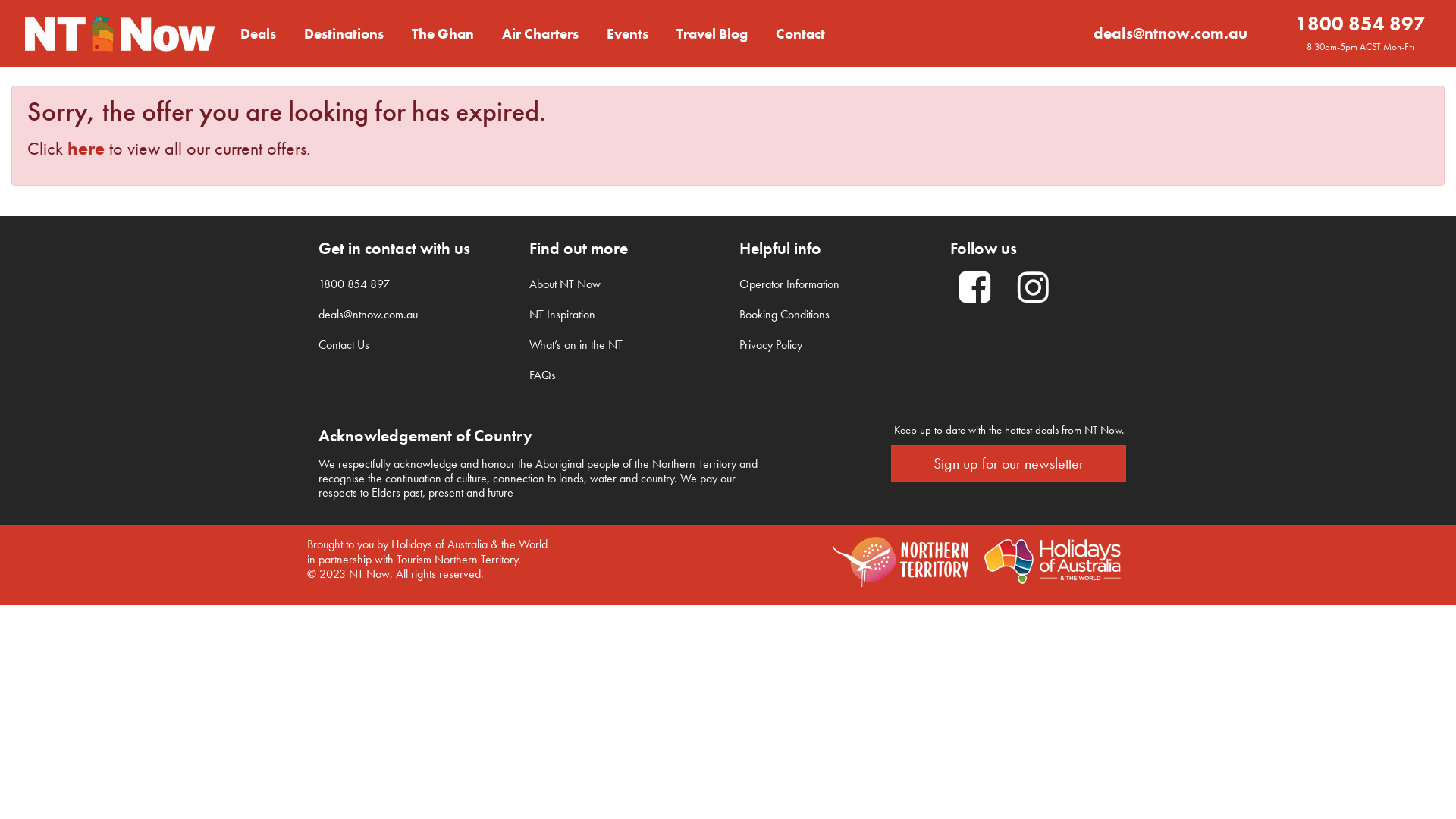 The width and height of the screenshot is (1456, 819). Describe the element at coordinates (343, 33) in the screenshot. I see `'Destinations'` at that location.